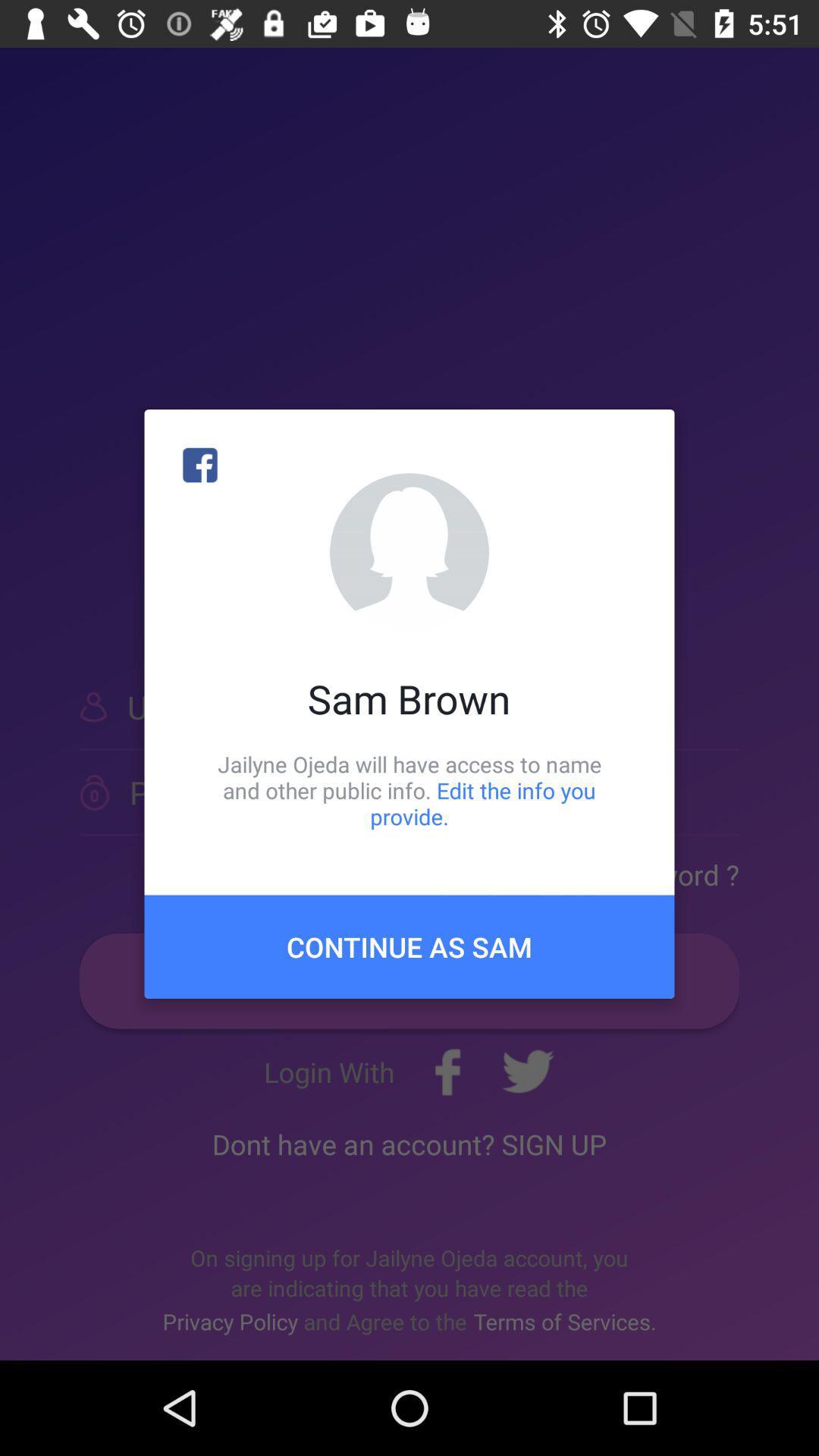 The width and height of the screenshot is (819, 1456). Describe the element at coordinates (409, 946) in the screenshot. I see `item below jailyne ojeda will` at that location.